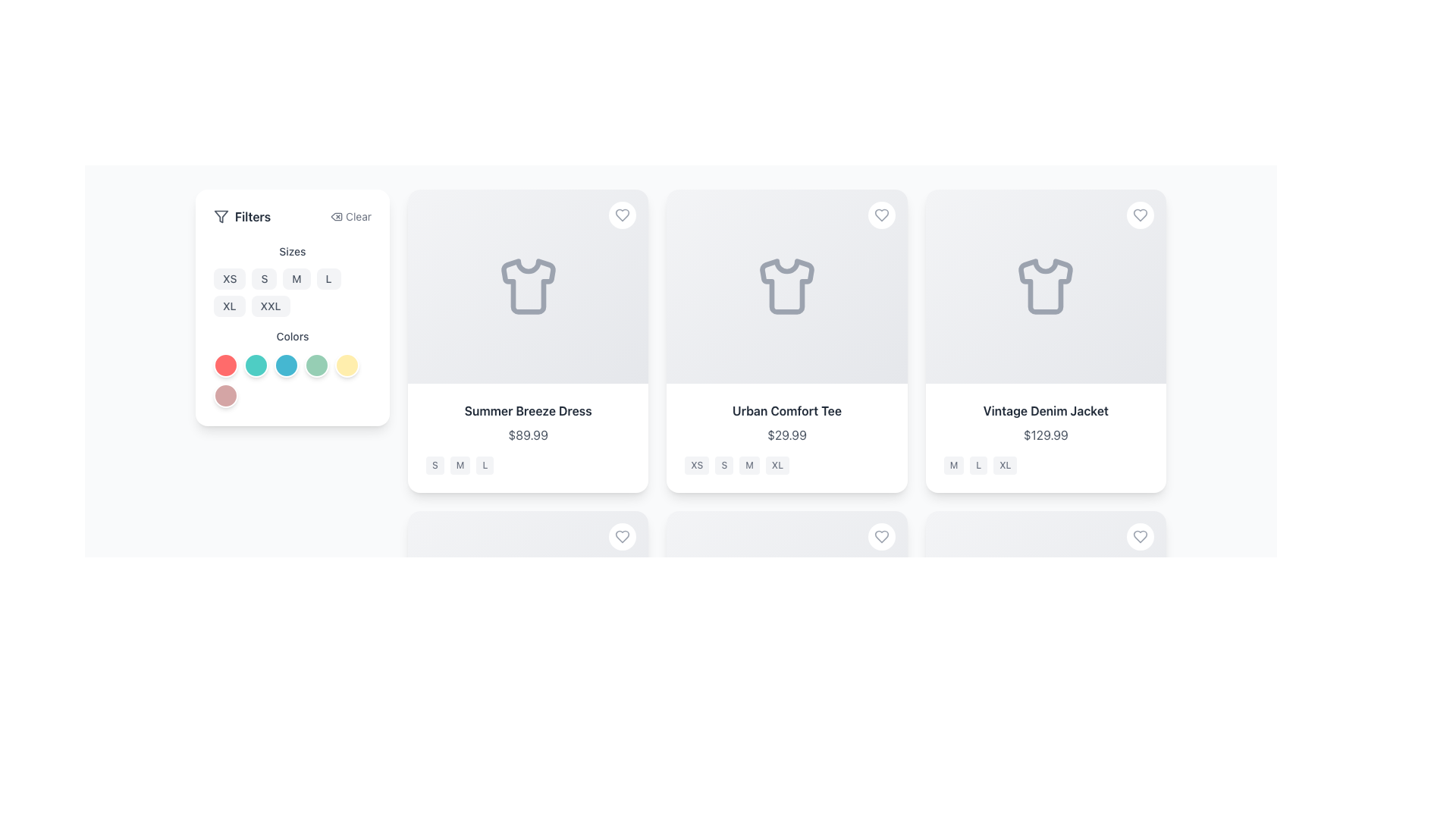  Describe the element at coordinates (292, 281) in the screenshot. I see `the 'M' size button located in the second row of the size options within the 'Sizes' filter section` at that location.